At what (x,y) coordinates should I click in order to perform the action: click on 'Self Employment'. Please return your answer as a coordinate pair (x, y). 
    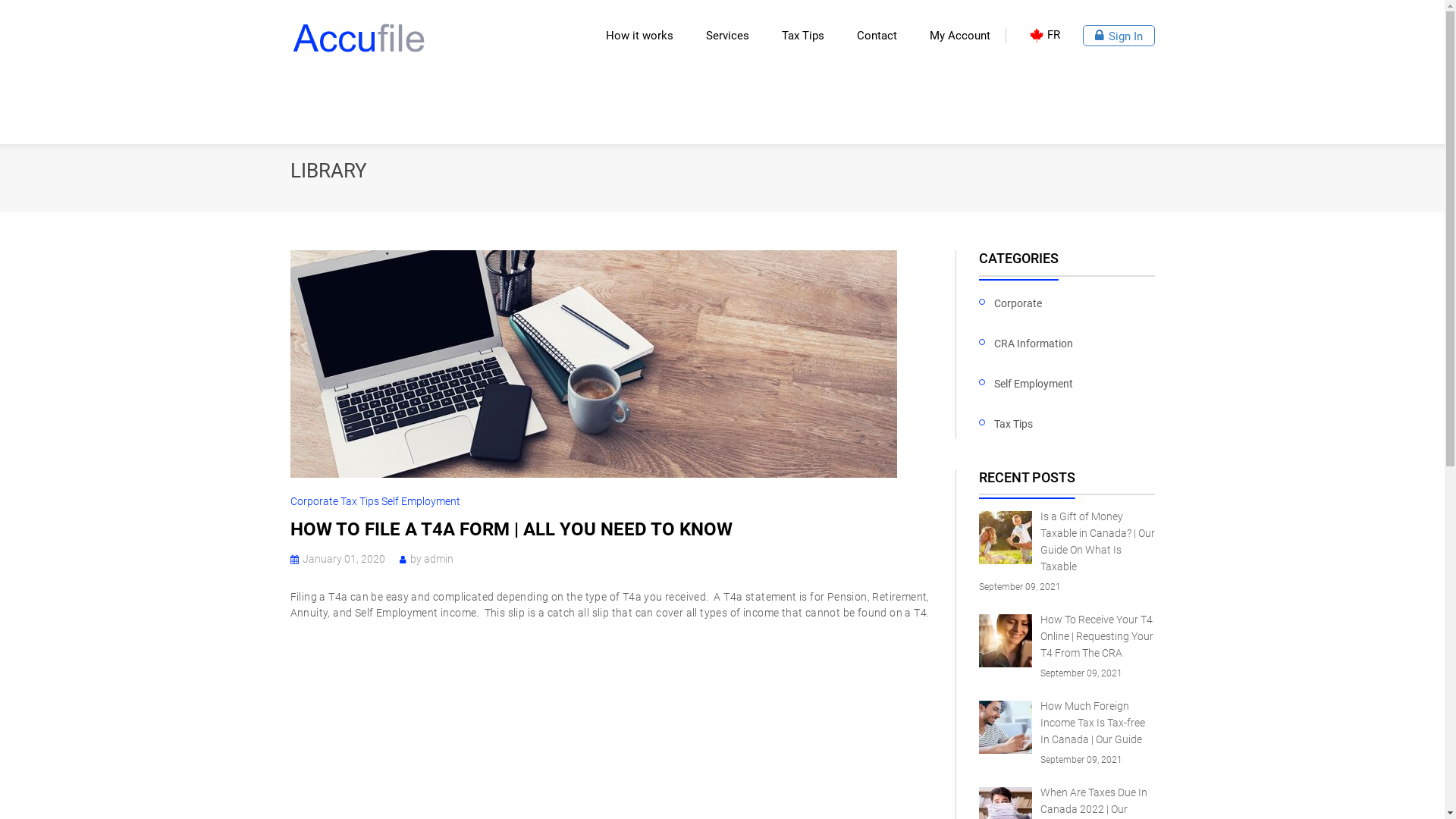
    Looking at the image, I should click on (1033, 383).